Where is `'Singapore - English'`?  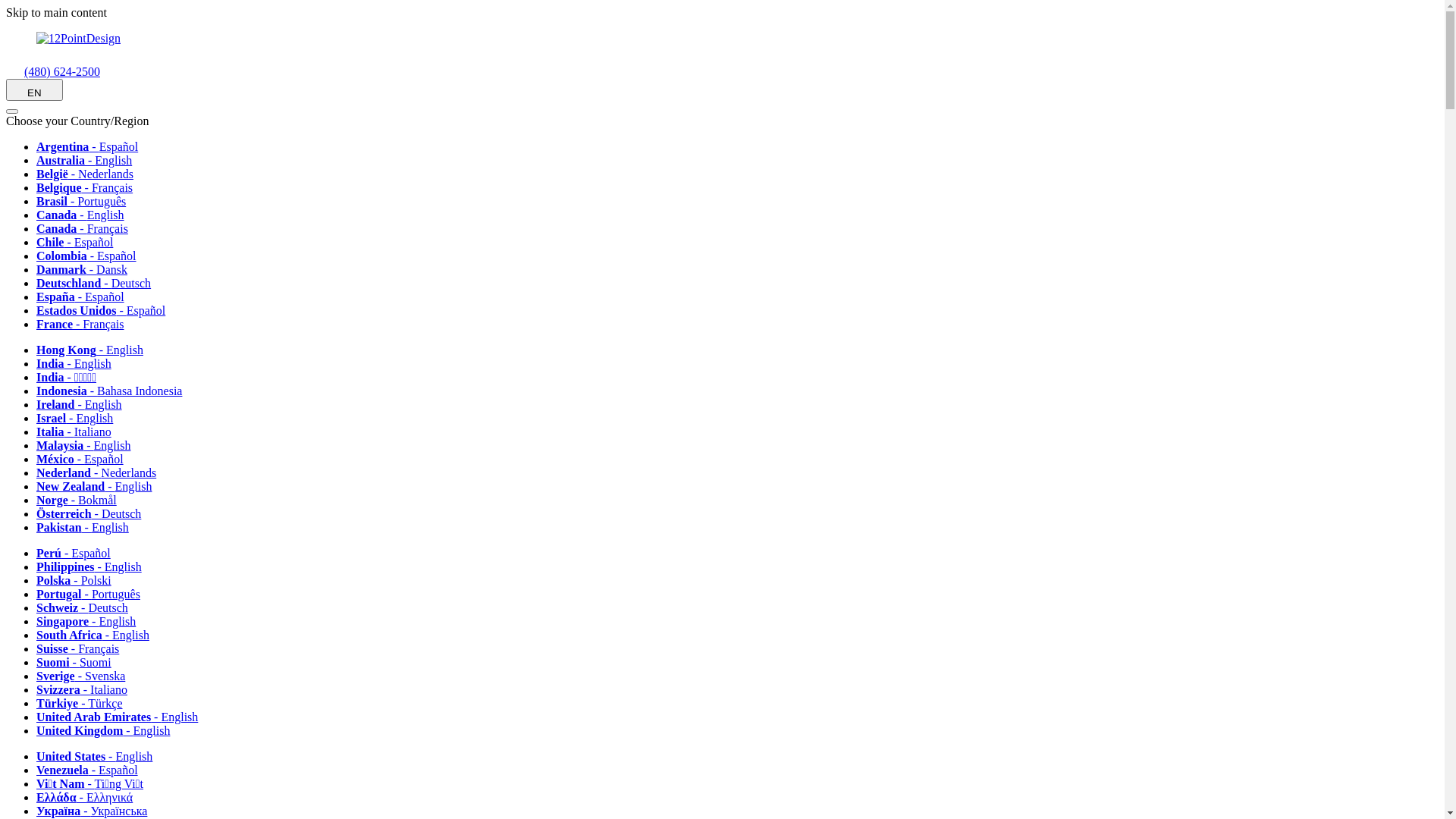
'Singapore - English' is located at coordinates (90, 621).